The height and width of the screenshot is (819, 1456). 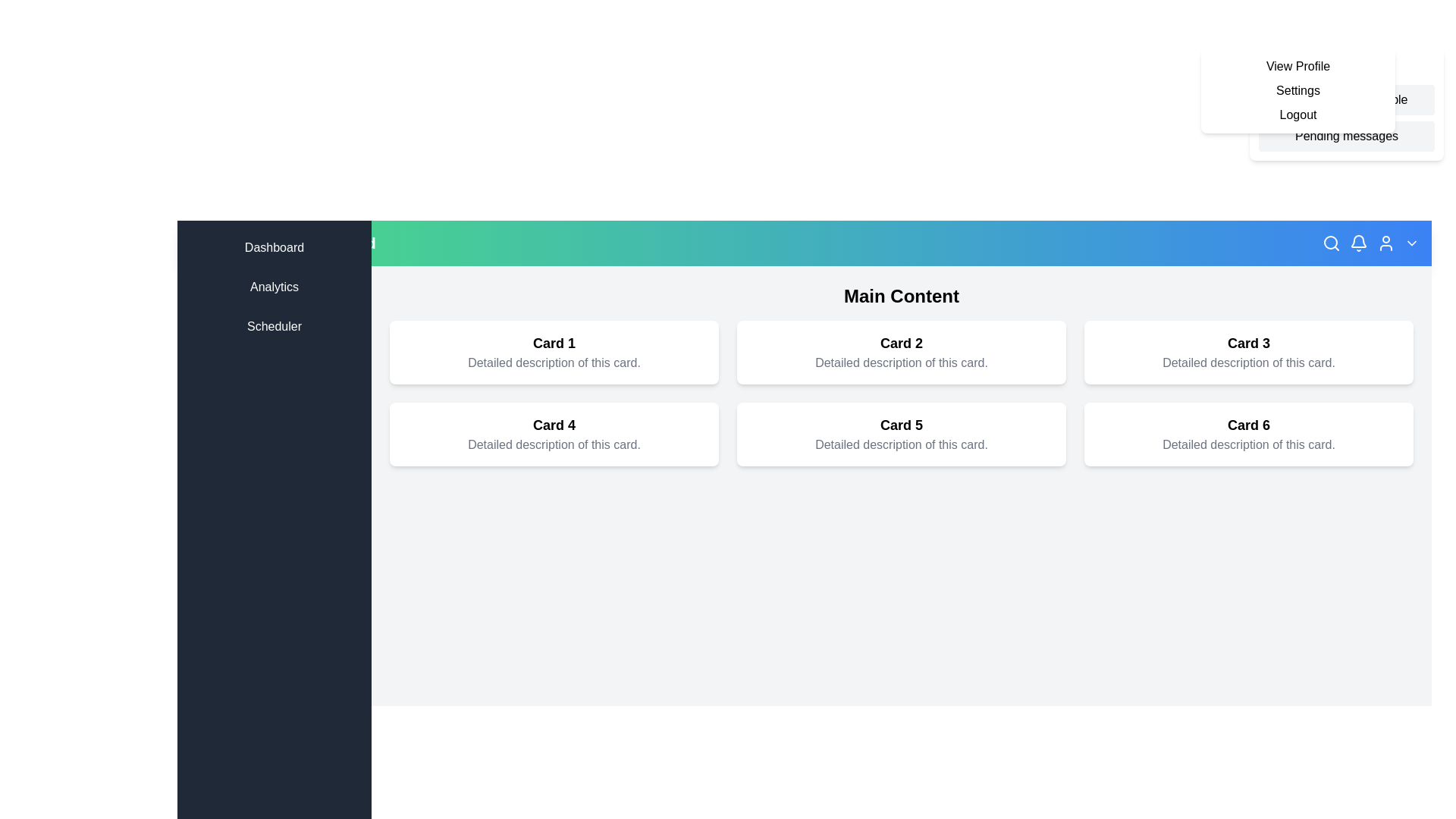 What do you see at coordinates (297, 242) in the screenshot?
I see `the 'Enhanced Dashboard' title element located in the top navigation bar of the application interface` at bounding box center [297, 242].